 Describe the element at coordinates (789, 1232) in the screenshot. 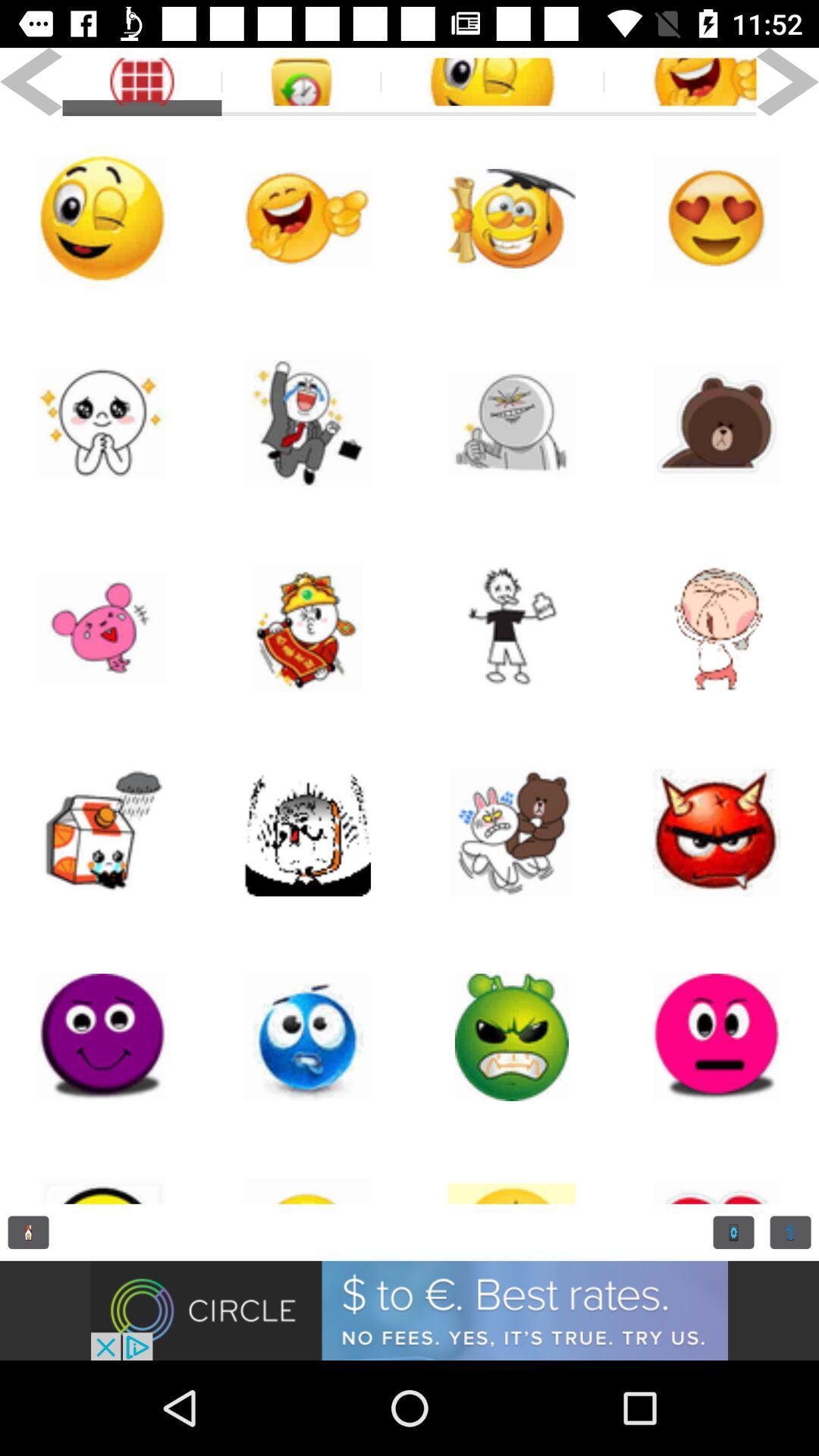

I see `counting option` at that location.